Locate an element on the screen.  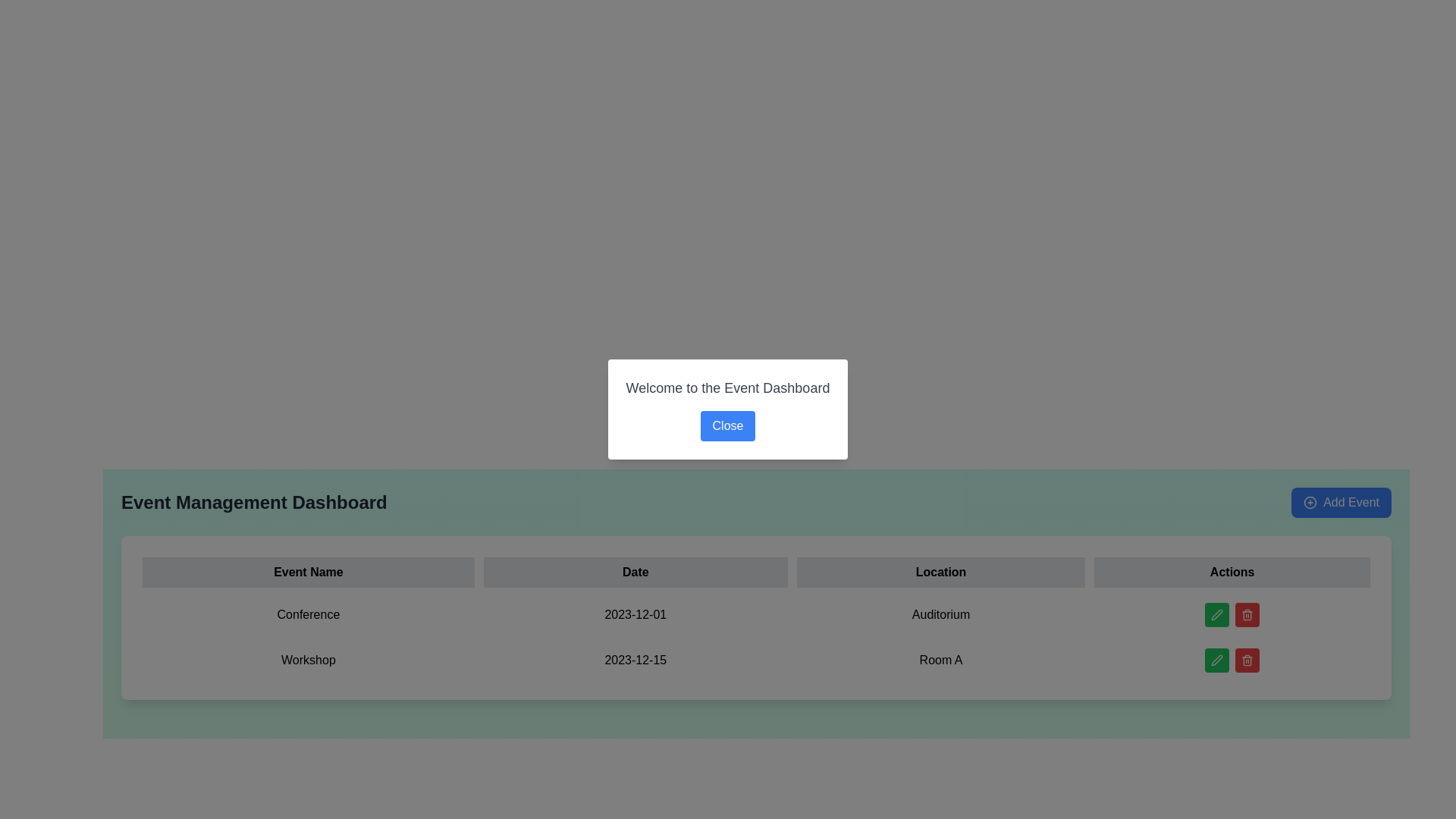
the green edit button with a white pen icon in the 'Actions' column of the second row titled 'Workshop' is located at coordinates (1217, 660).